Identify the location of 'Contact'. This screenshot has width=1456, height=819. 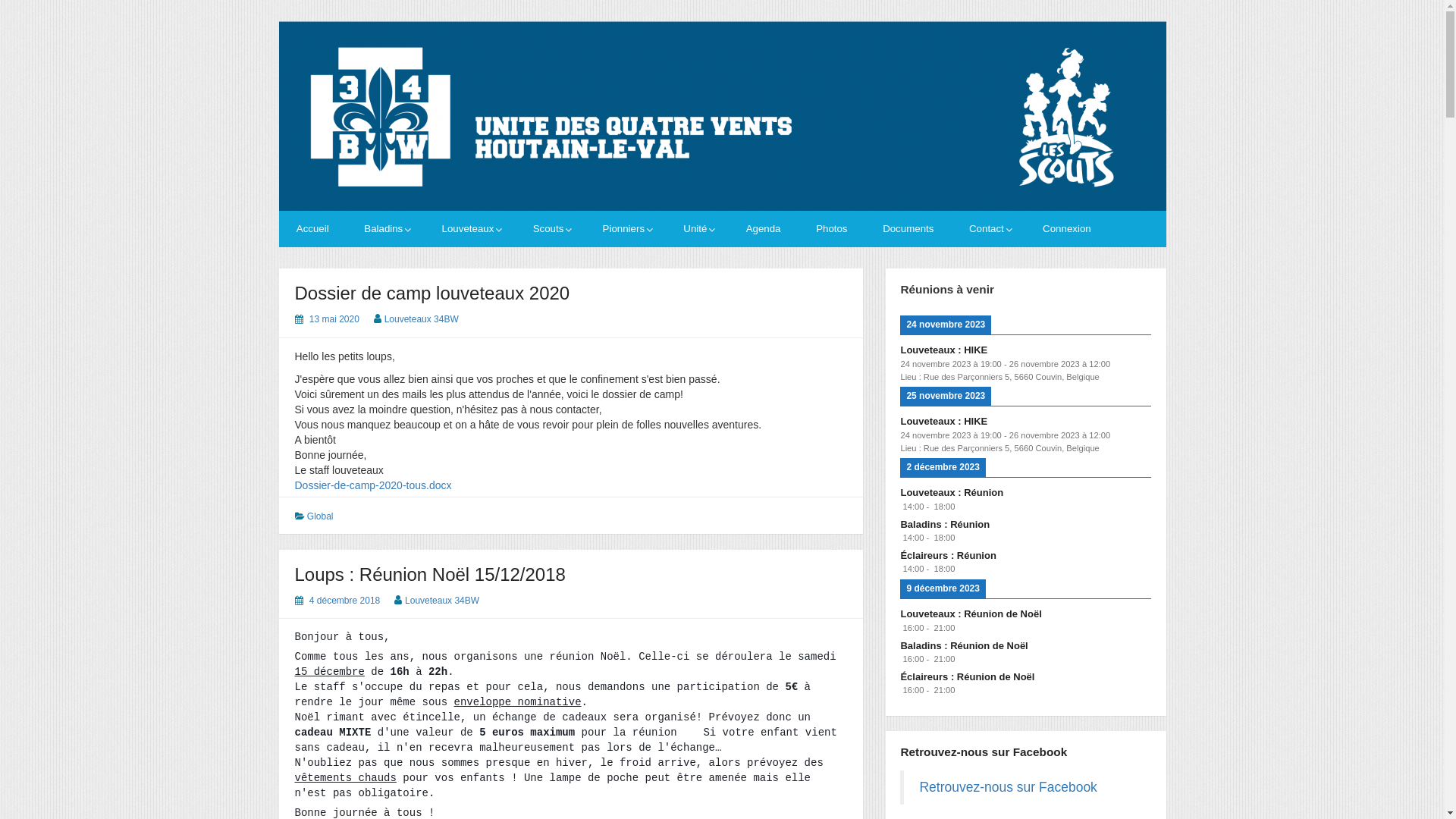
(988, 228).